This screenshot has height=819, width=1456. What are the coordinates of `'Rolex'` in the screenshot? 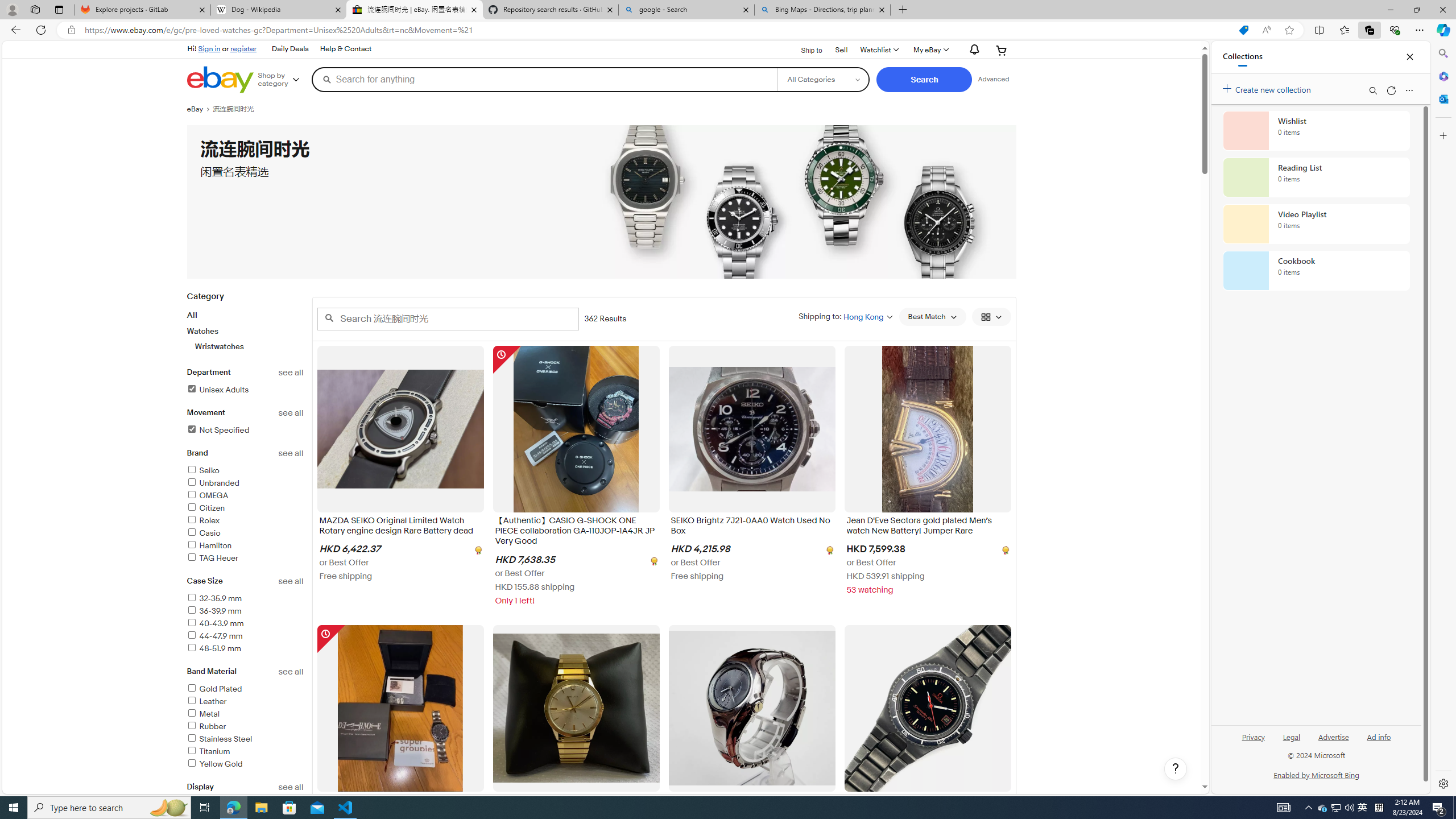 It's located at (202, 520).